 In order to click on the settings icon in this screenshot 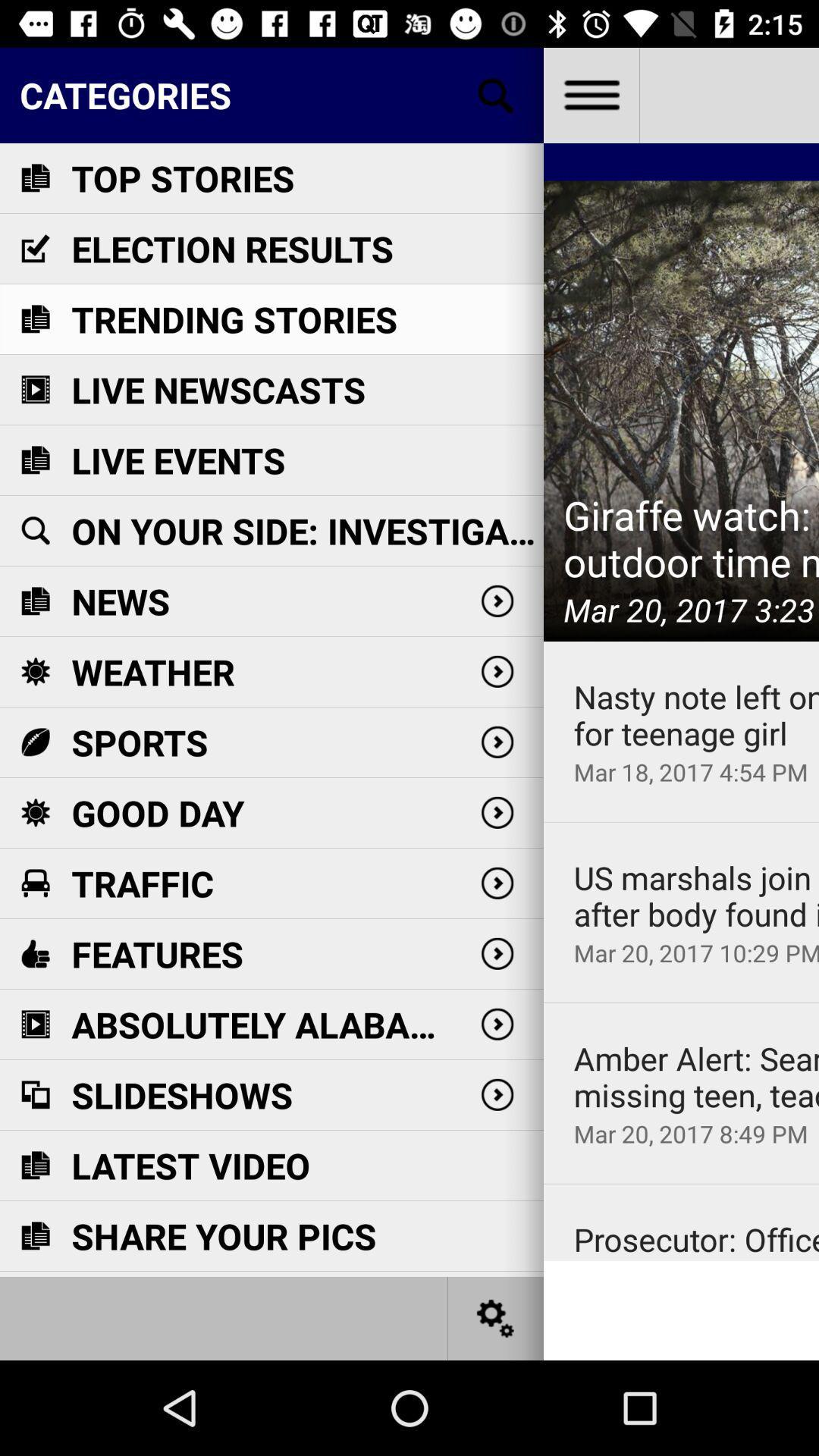, I will do `click(496, 1317)`.